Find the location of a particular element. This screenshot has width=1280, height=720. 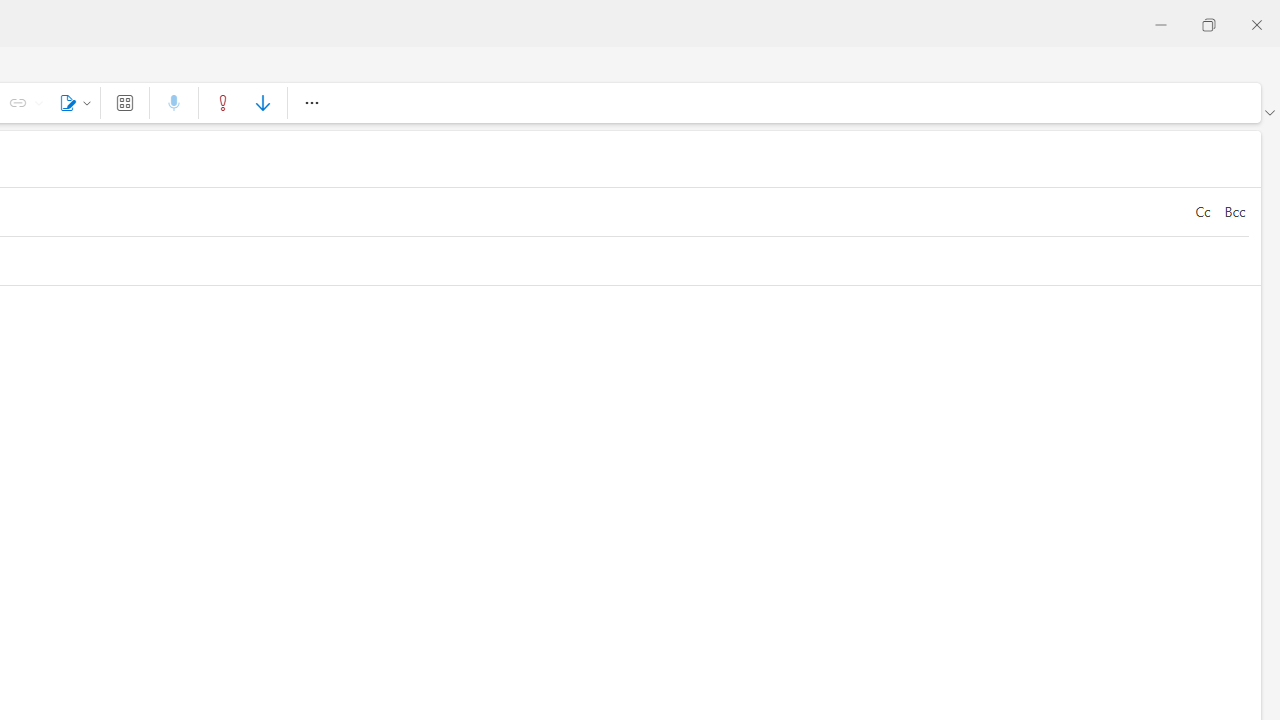

'Bcc' is located at coordinates (1233, 212).